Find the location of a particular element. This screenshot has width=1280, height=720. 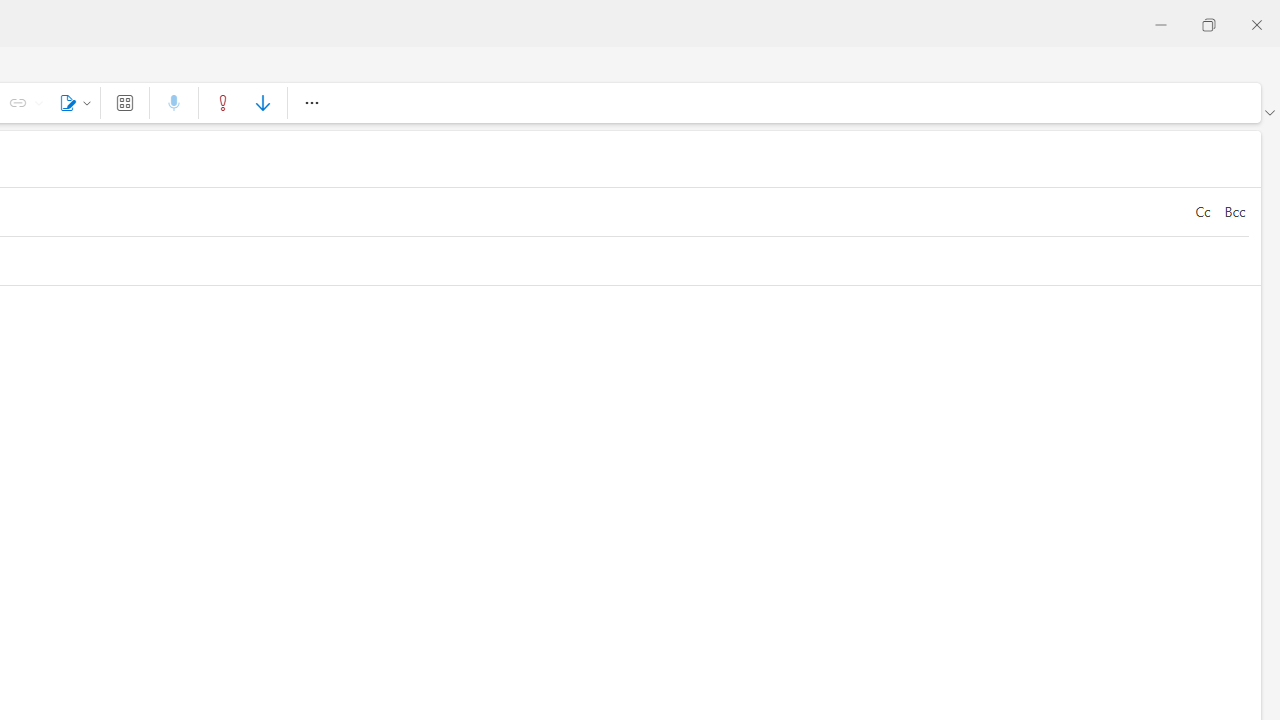

'Bcc' is located at coordinates (1233, 212).